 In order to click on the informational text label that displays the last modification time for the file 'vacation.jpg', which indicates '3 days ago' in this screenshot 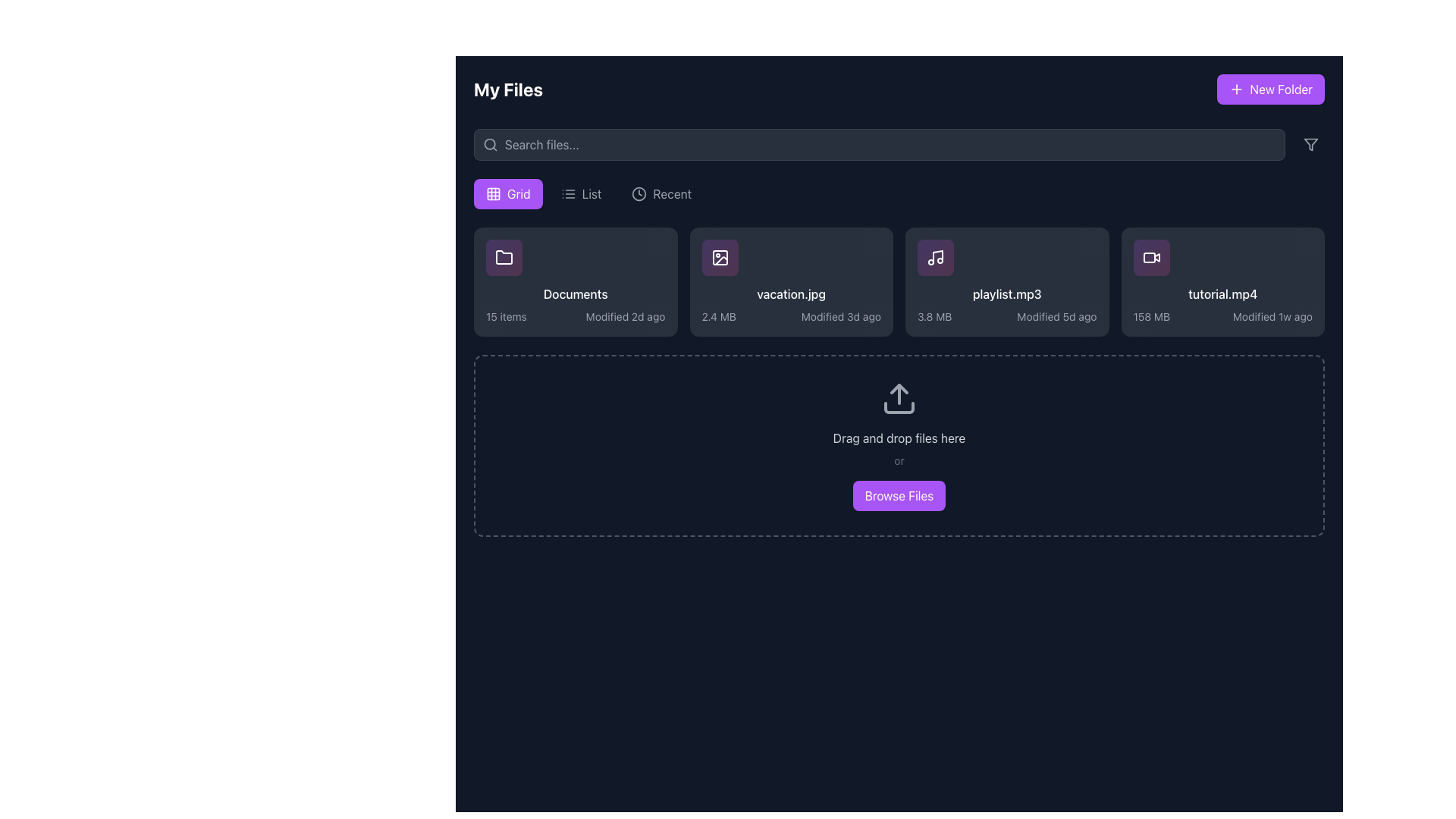, I will do `click(840, 315)`.